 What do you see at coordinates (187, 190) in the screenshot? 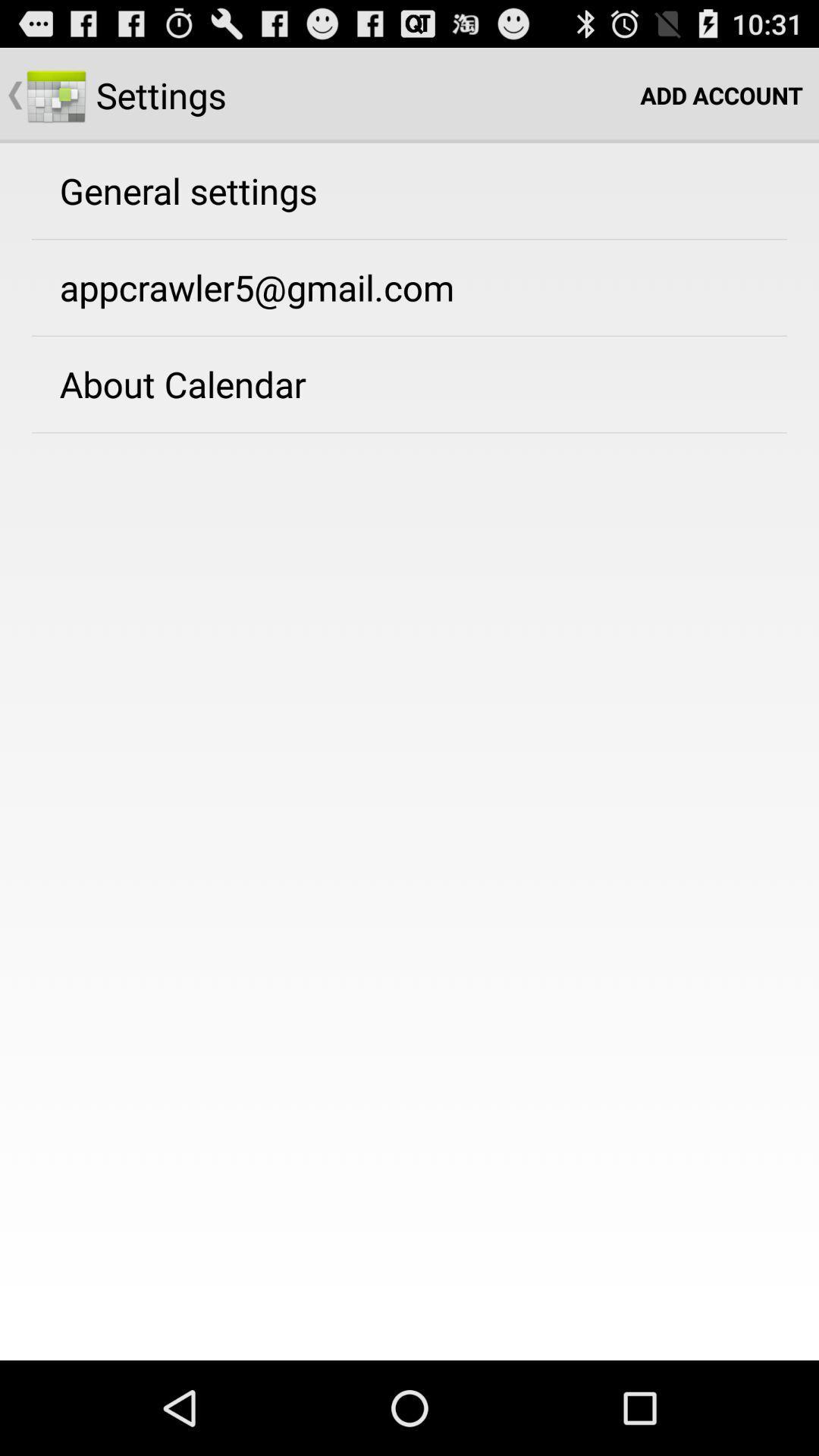
I see `the item above appcrawler5@gmail.com app` at bounding box center [187, 190].